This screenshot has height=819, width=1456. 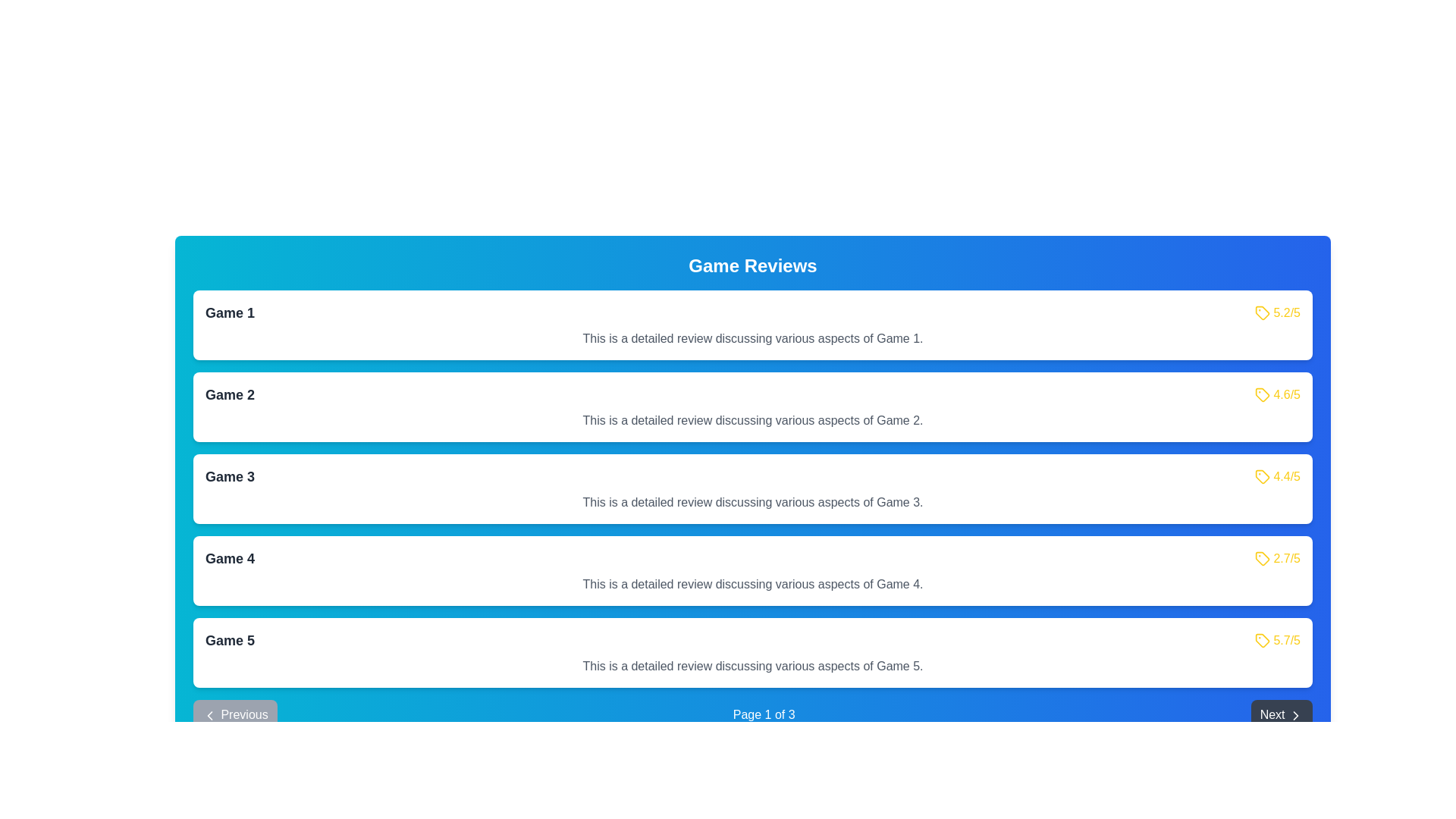 What do you see at coordinates (1263, 312) in the screenshot?
I see `the decorative icon located to the right of the review score text in the upper section of the Game 2 review card` at bounding box center [1263, 312].